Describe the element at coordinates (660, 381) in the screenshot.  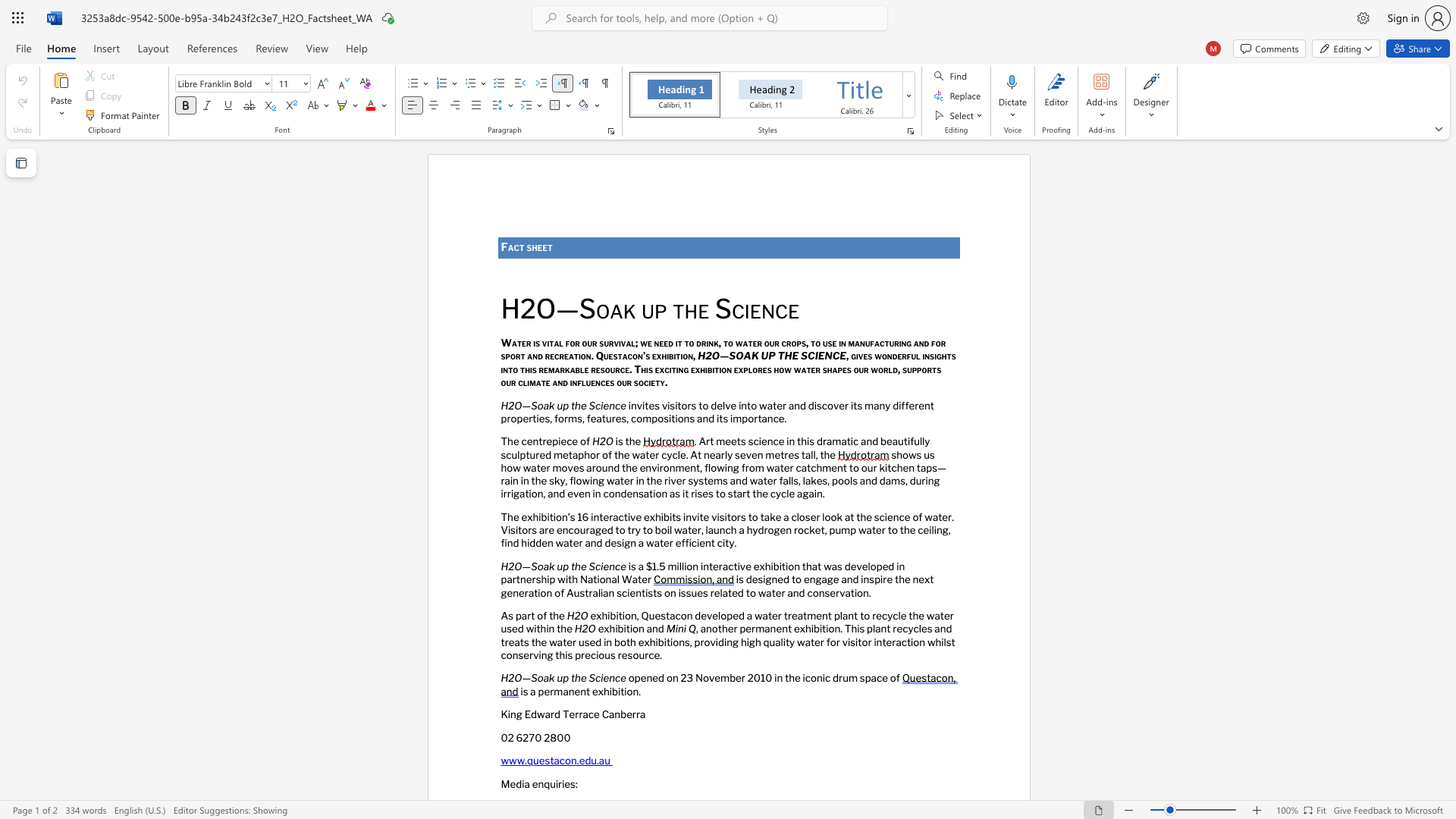
I see `the space between the continuous character "t" and "y" in the text` at that location.